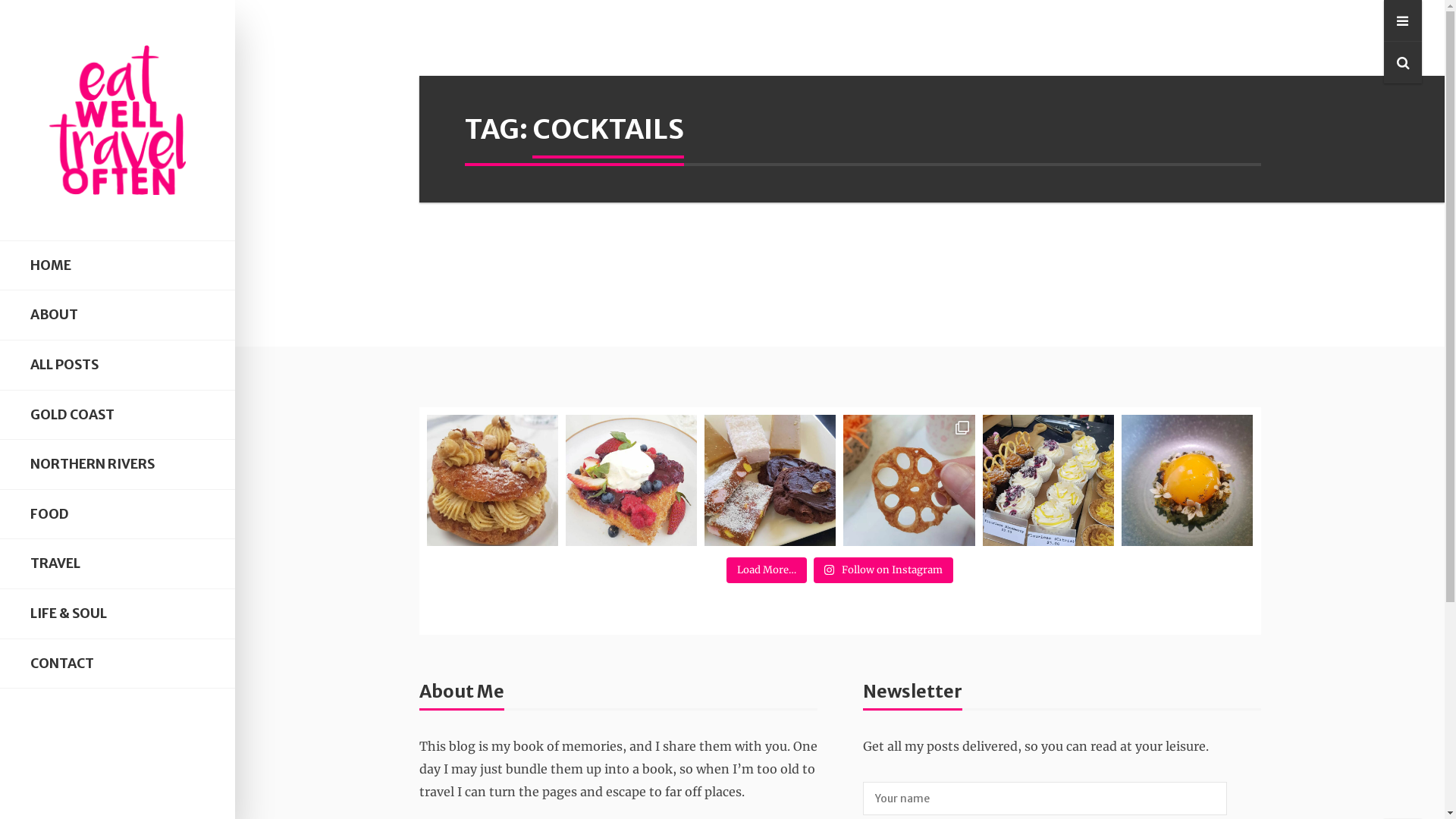 This screenshot has width=1456, height=819. What do you see at coordinates (116, 563) in the screenshot?
I see `'TRAVEL'` at bounding box center [116, 563].